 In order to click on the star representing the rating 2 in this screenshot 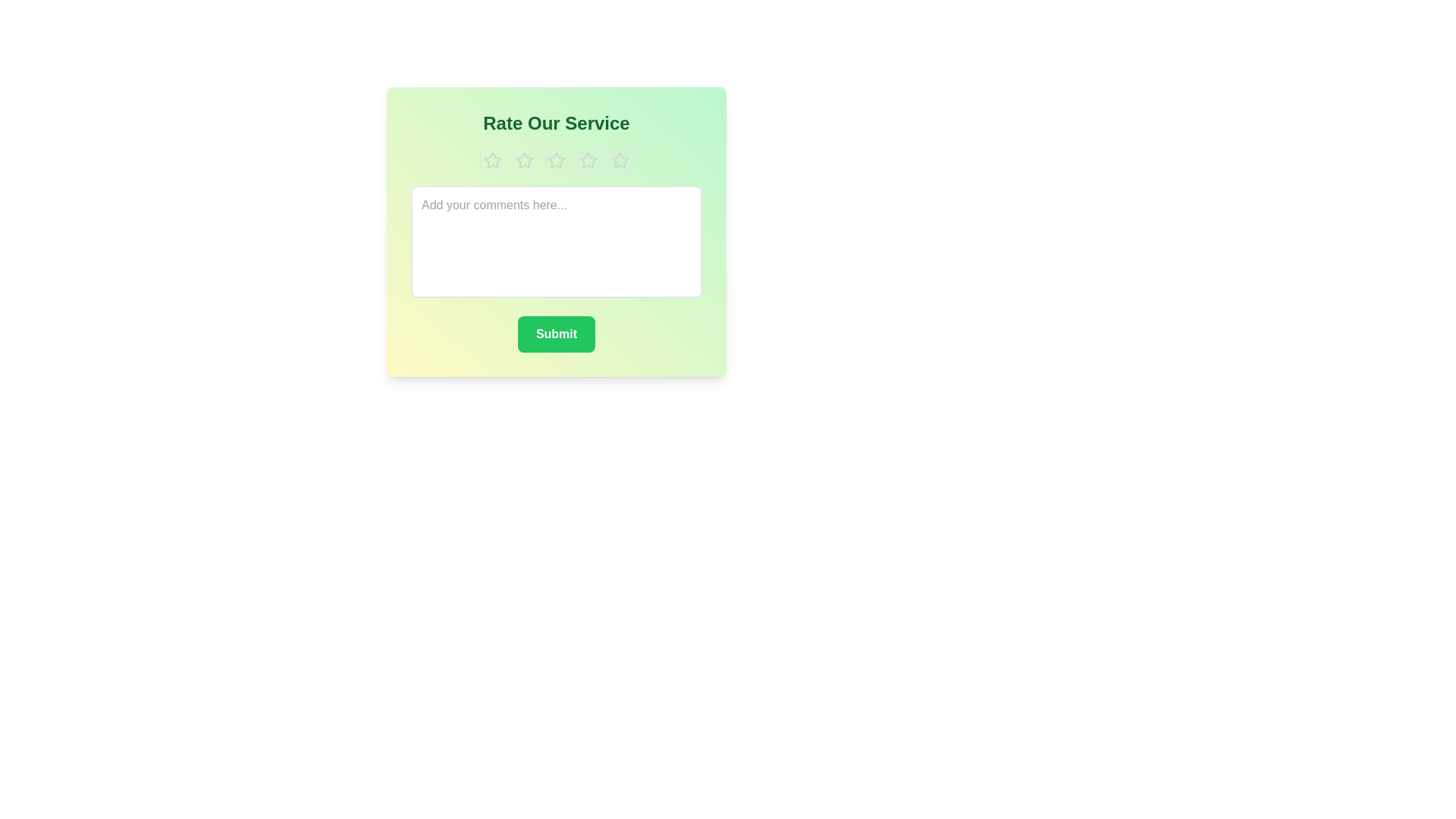, I will do `click(524, 161)`.